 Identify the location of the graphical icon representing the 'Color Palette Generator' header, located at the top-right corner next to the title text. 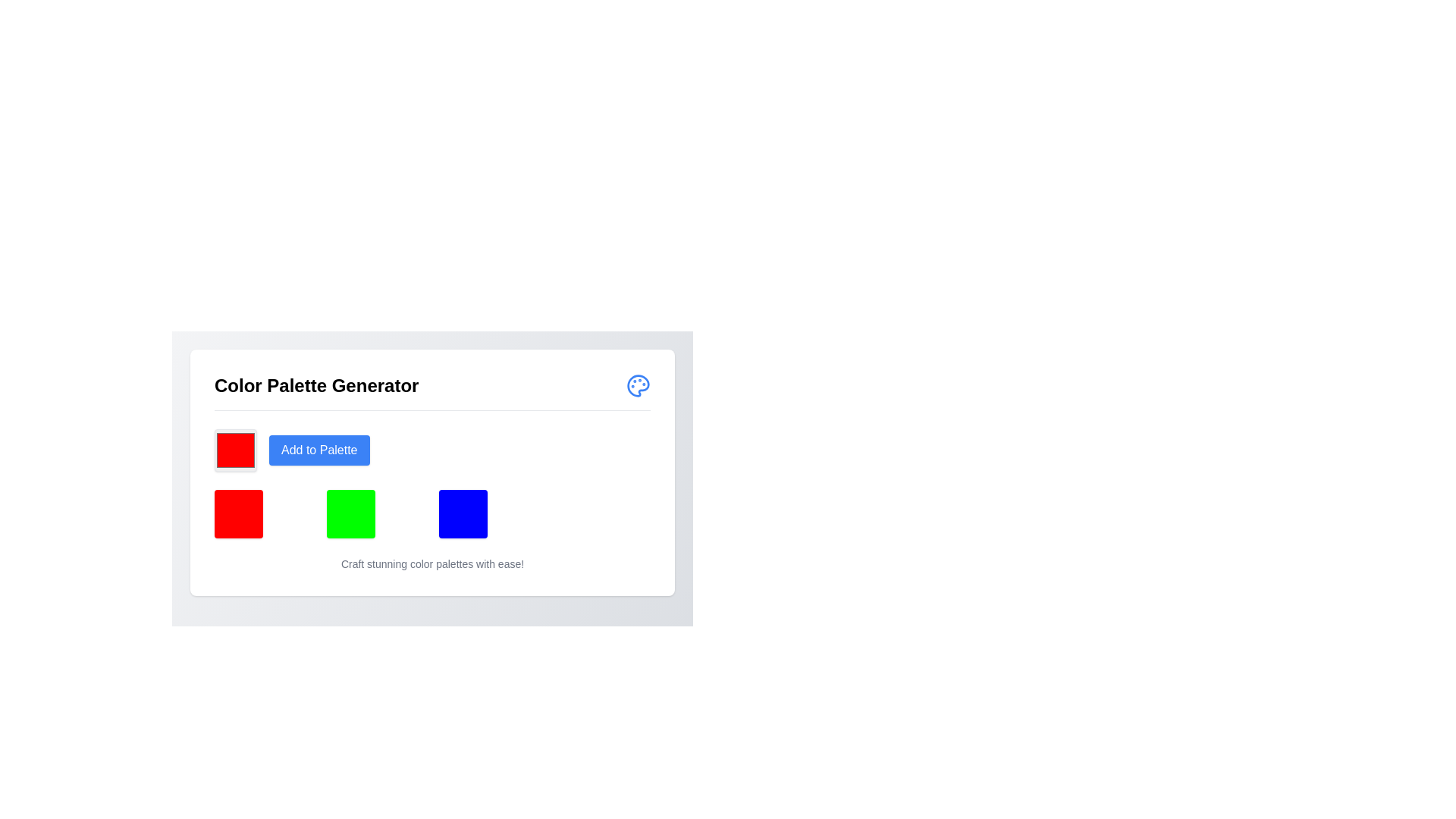
(638, 385).